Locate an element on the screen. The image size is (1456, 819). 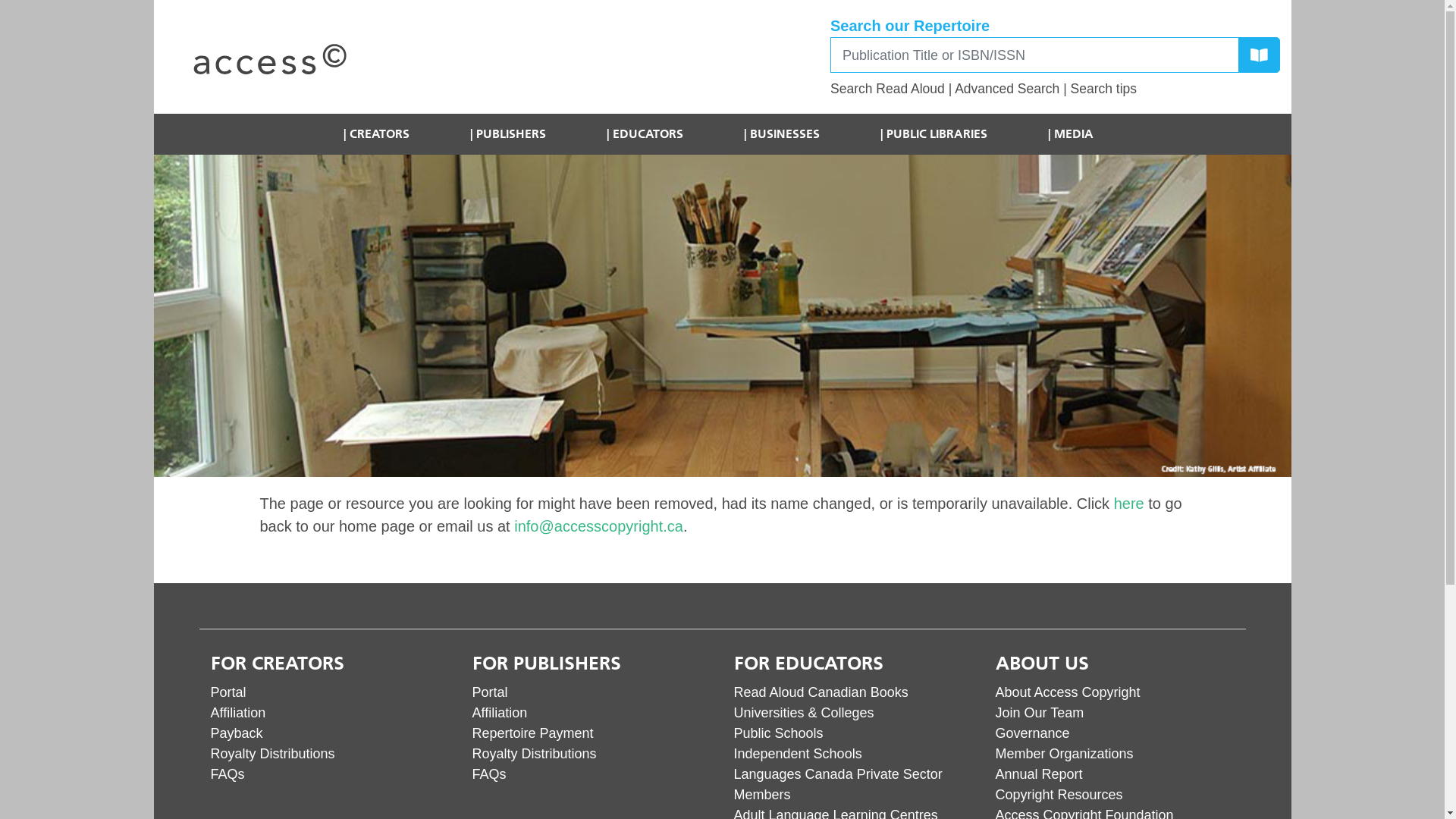
'EDUCATORS' is located at coordinates (590, 133).